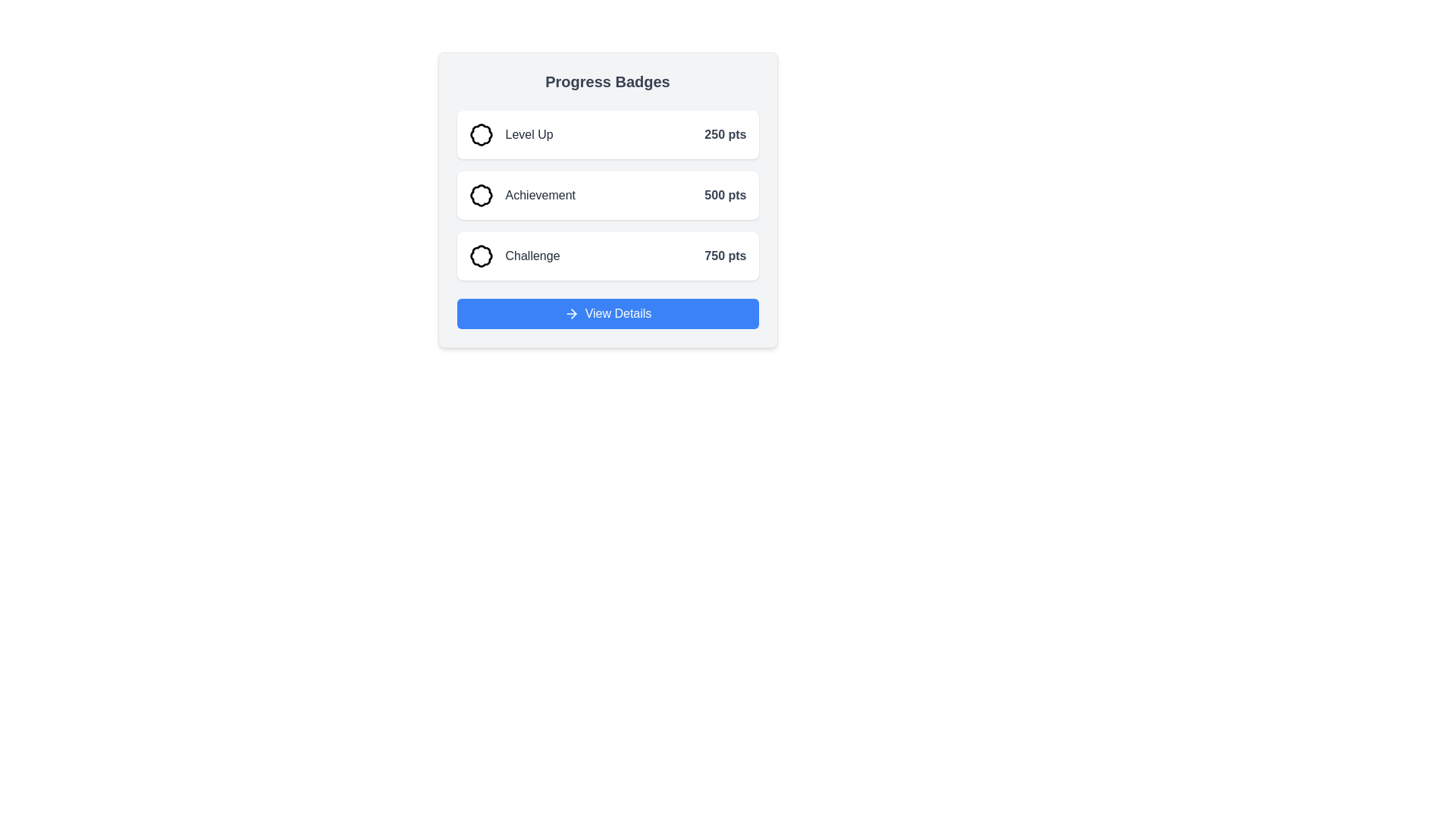 This screenshot has height=819, width=1456. Describe the element at coordinates (522, 195) in the screenshot. I see `the Label with Icon (Composite) that displays a specific achievement type, positioned as the second entry in the list within the 'Progress Badges' card interface` at that location.